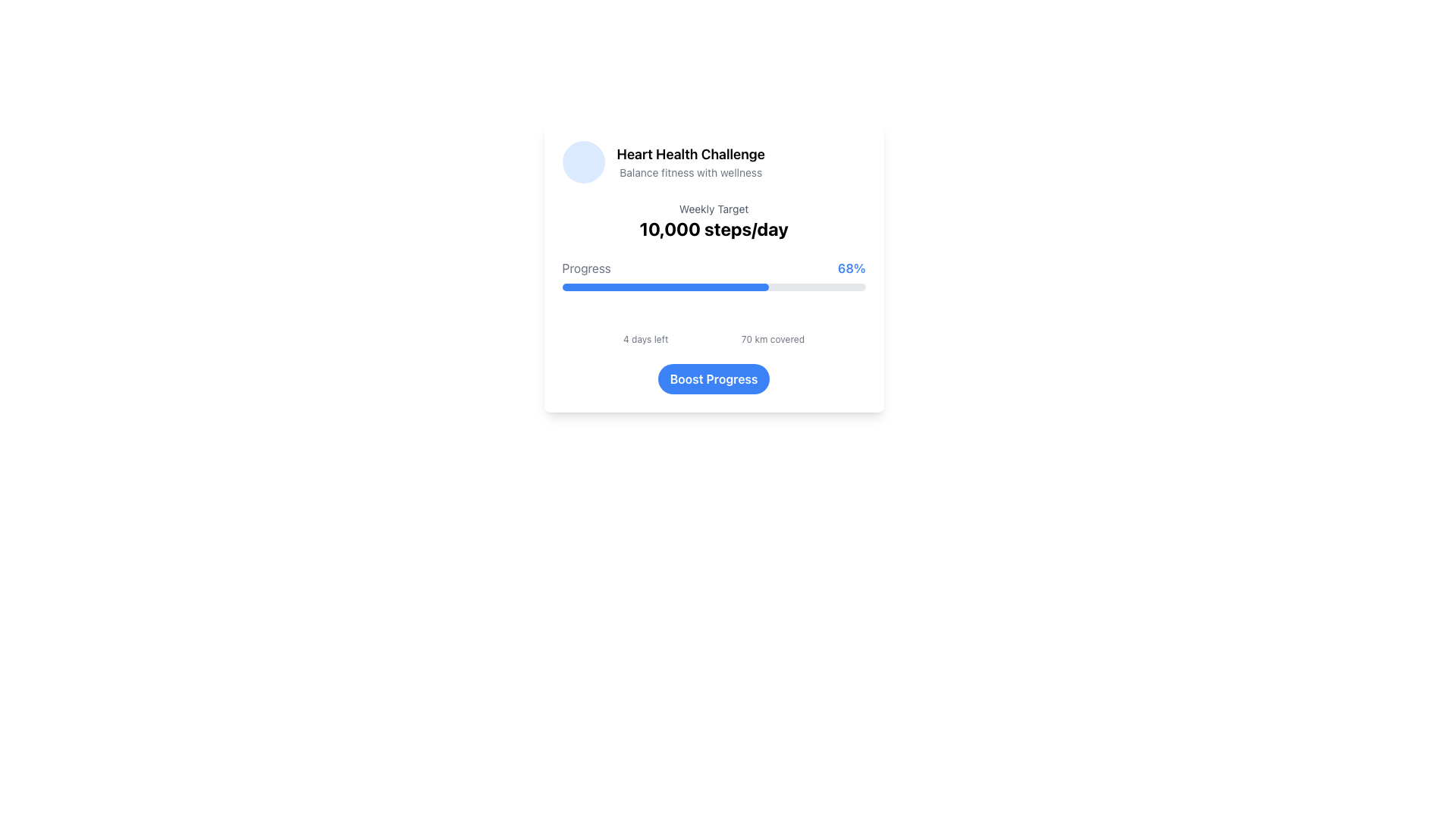 This screenshot has height=819, width=1456. What do you see at coordinates (713, 378) in the screenshot?
I see `the button with rounded corners, blue background, and white text reading 'Boost Progress'` at bounding box center [713, 378].